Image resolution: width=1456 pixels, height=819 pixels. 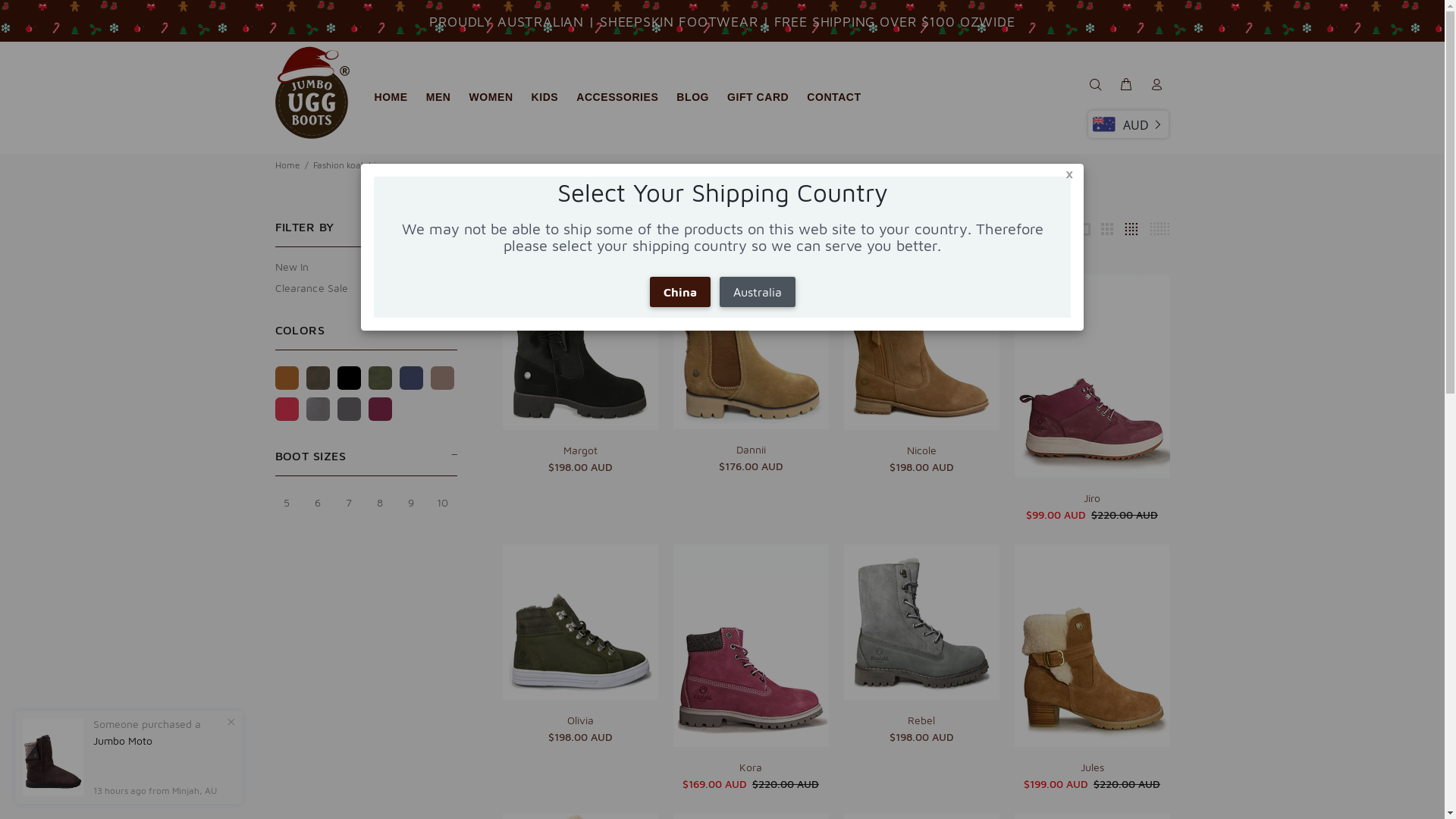 I want to click on 'Khaki', so click(x=368, y=376).